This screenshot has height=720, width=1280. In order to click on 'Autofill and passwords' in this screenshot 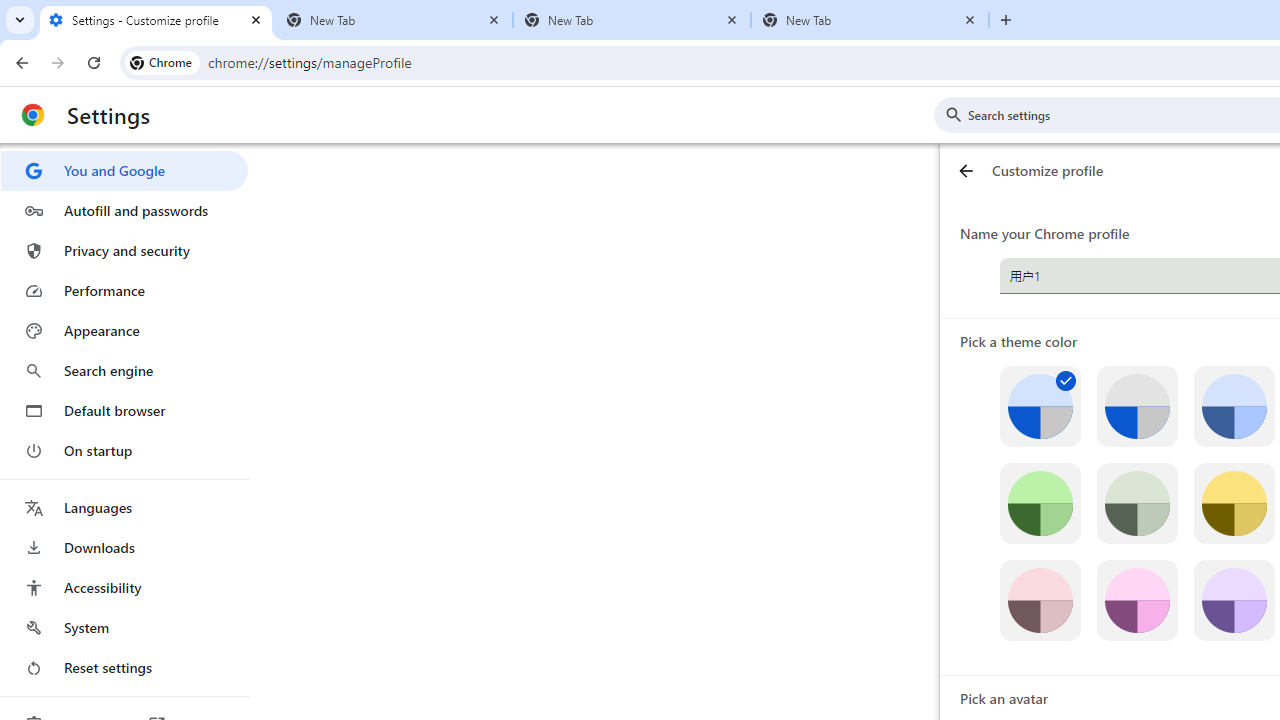, I will do `click(123, 210)`.